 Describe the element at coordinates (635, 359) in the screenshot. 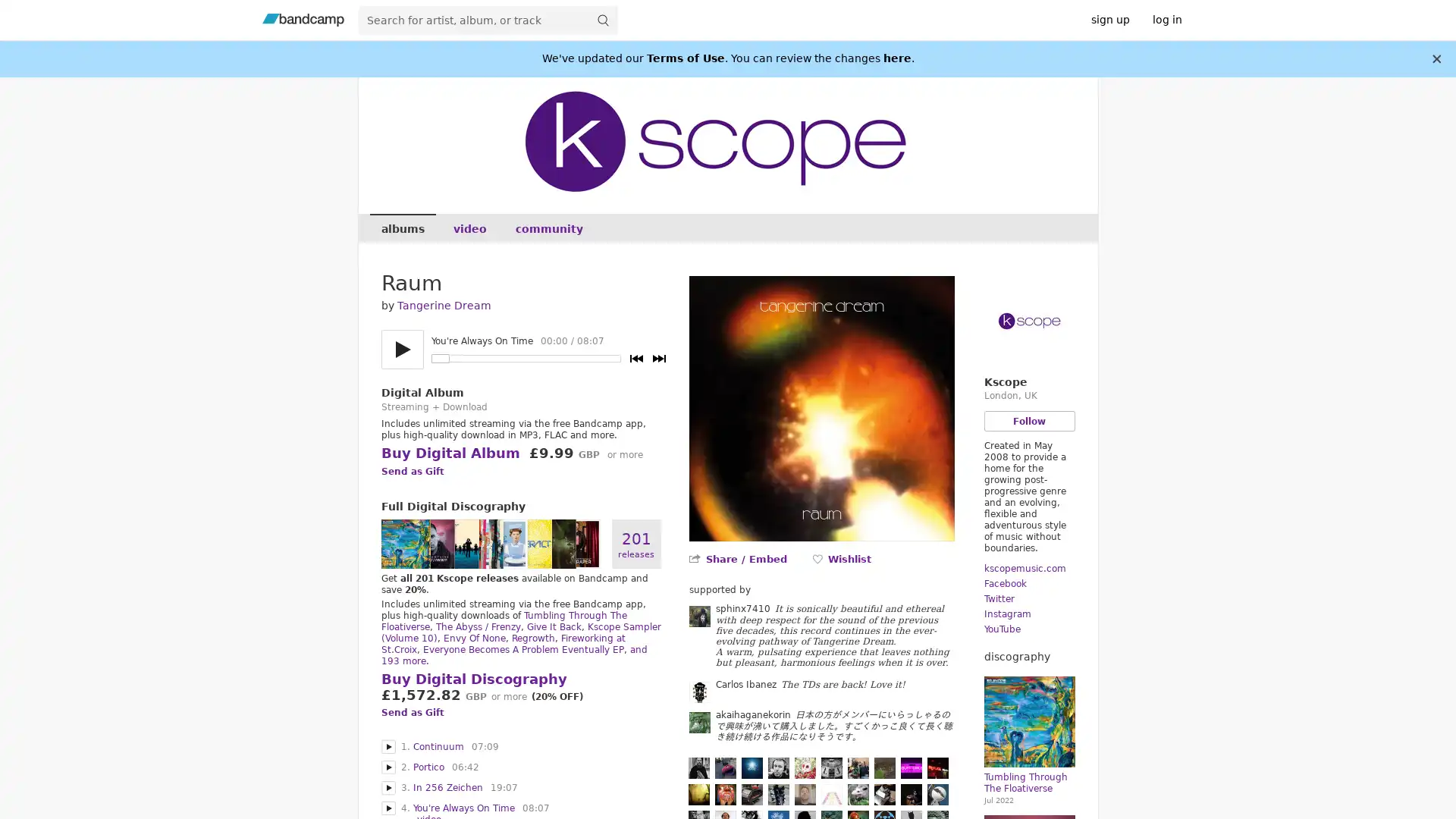

I see `Previous track` at that location.